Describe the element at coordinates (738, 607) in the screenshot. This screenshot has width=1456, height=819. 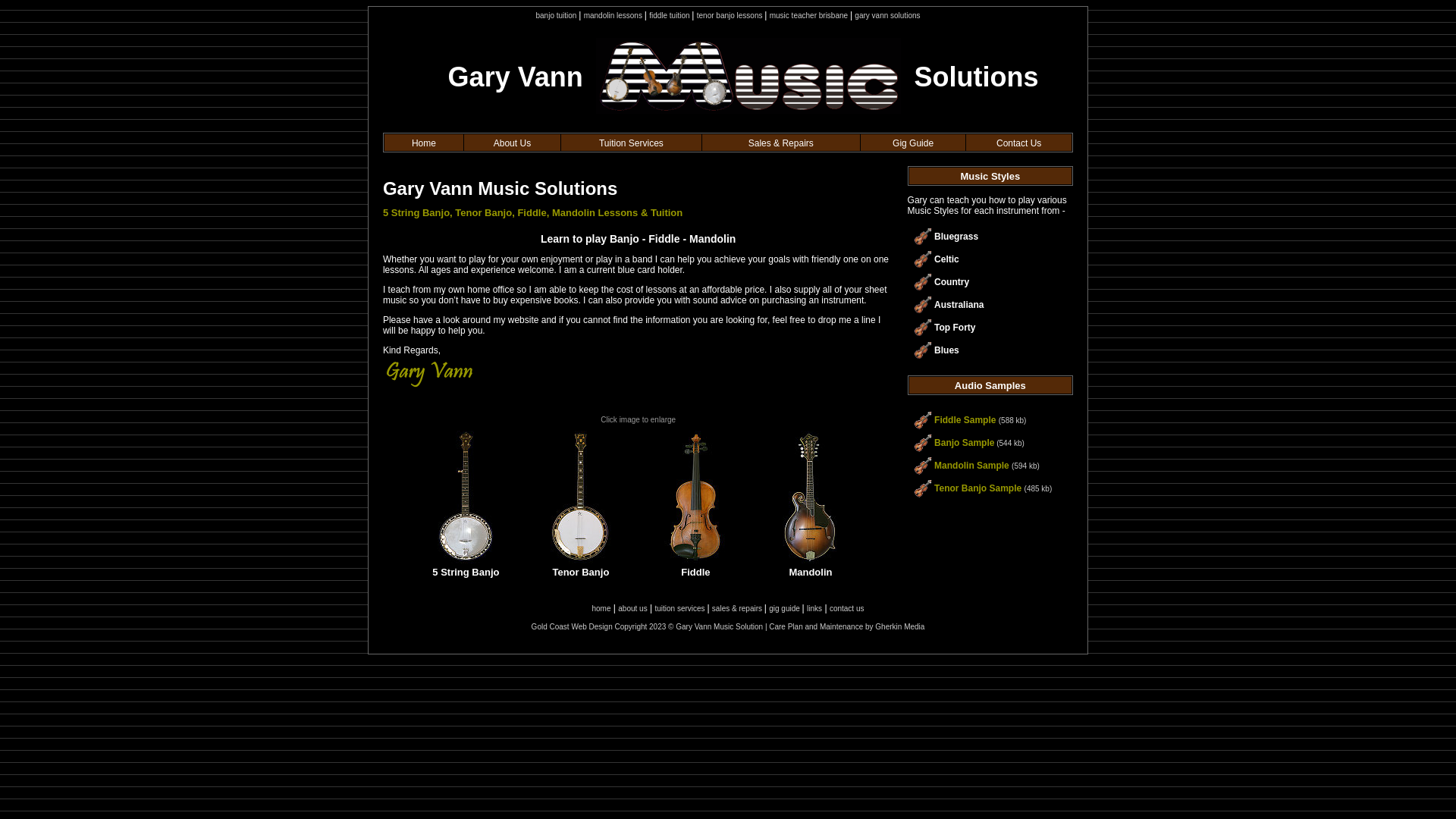
I see `'sales & repairs'` at that location.